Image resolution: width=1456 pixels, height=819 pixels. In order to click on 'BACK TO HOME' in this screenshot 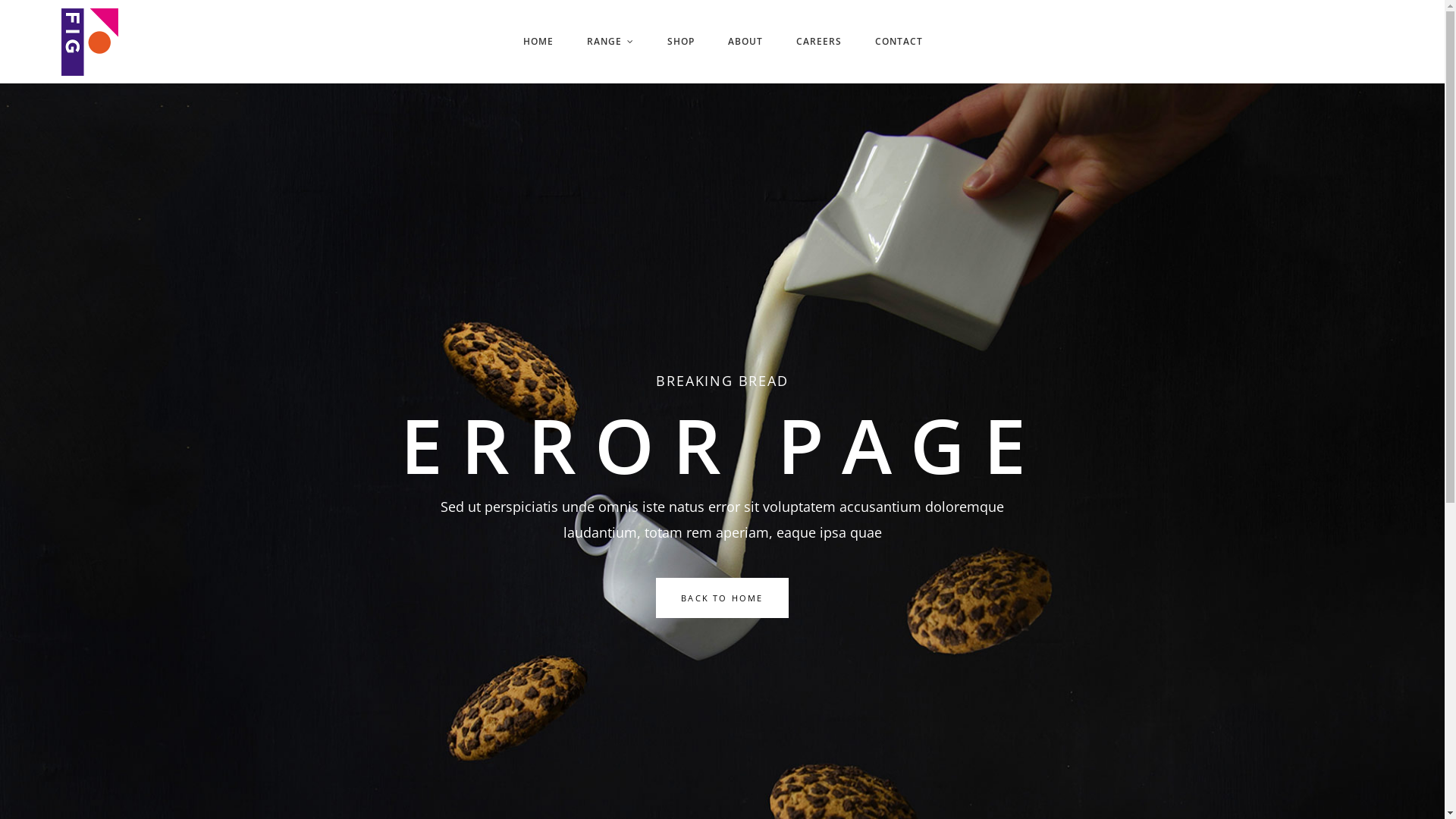, I will do `click(720, 597)`.